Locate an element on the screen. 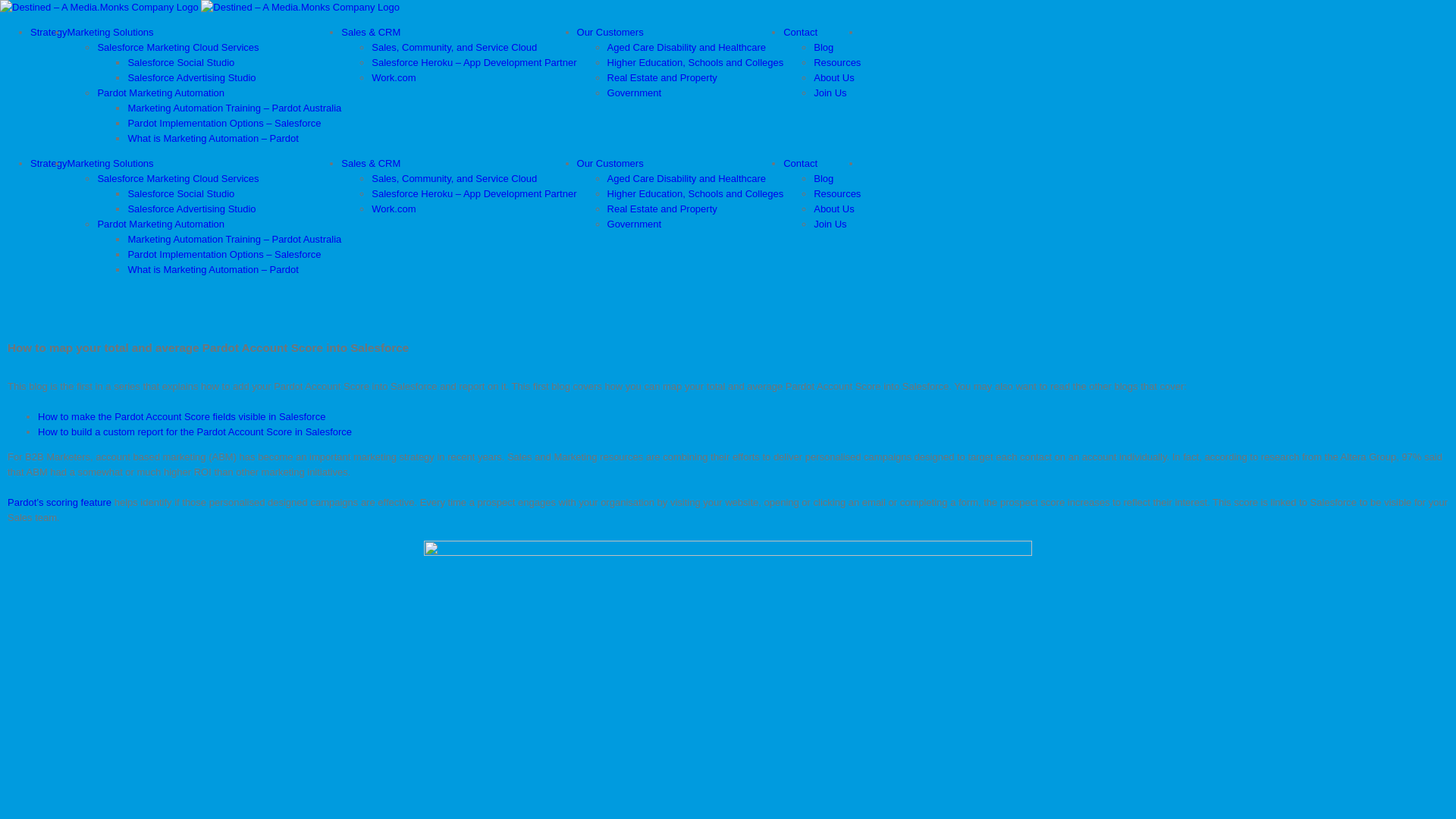 Image resolution: width=1456 pixels, height=819 pixels. 'Pardot Marketing Automation' is located at coordinates (96, 93).